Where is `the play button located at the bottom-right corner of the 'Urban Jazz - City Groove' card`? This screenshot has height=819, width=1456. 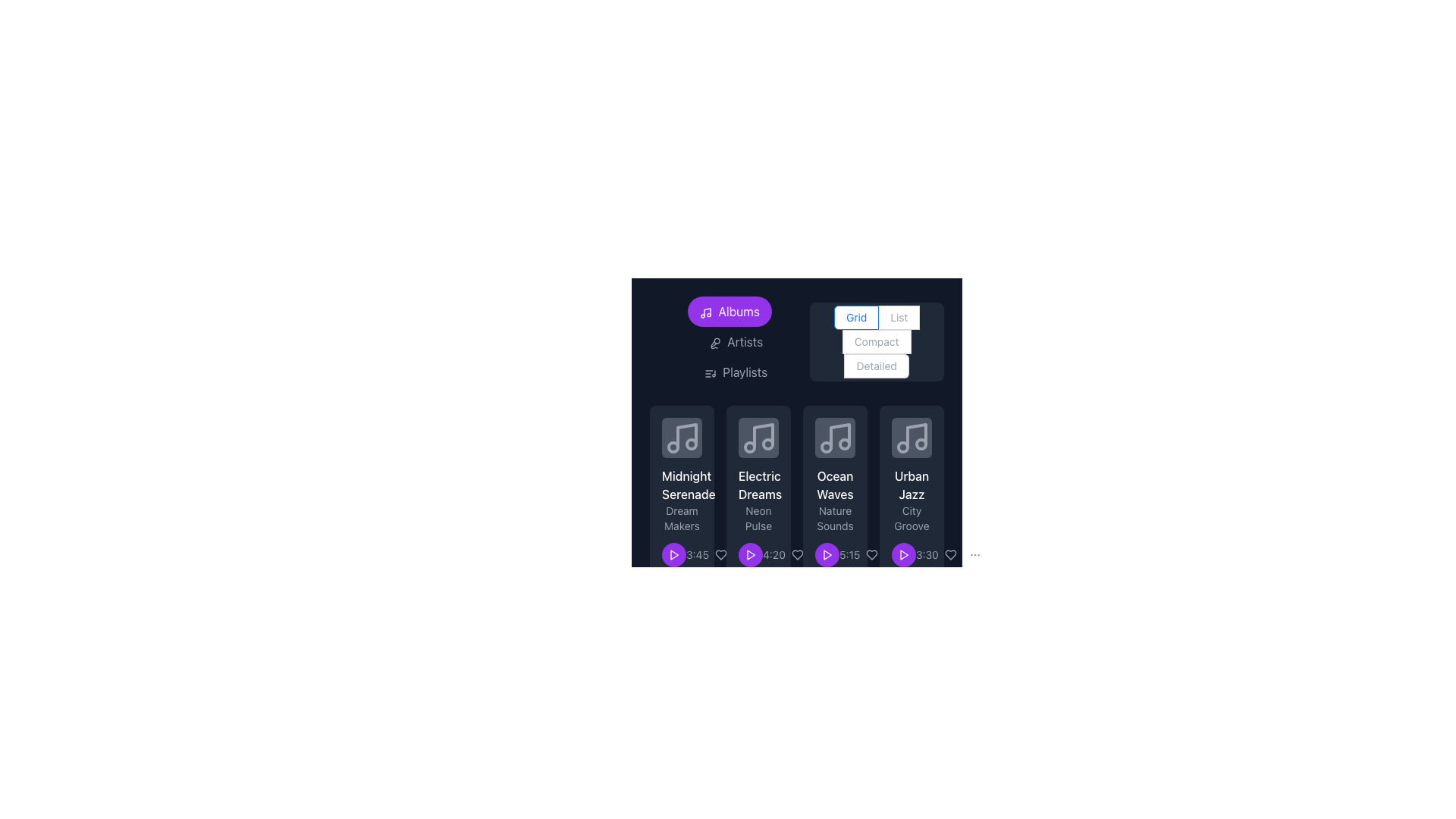 the play button located at the bottom-right corner of the 'Urban Jazz - City Groove' card is located at coordinates (911, 555).